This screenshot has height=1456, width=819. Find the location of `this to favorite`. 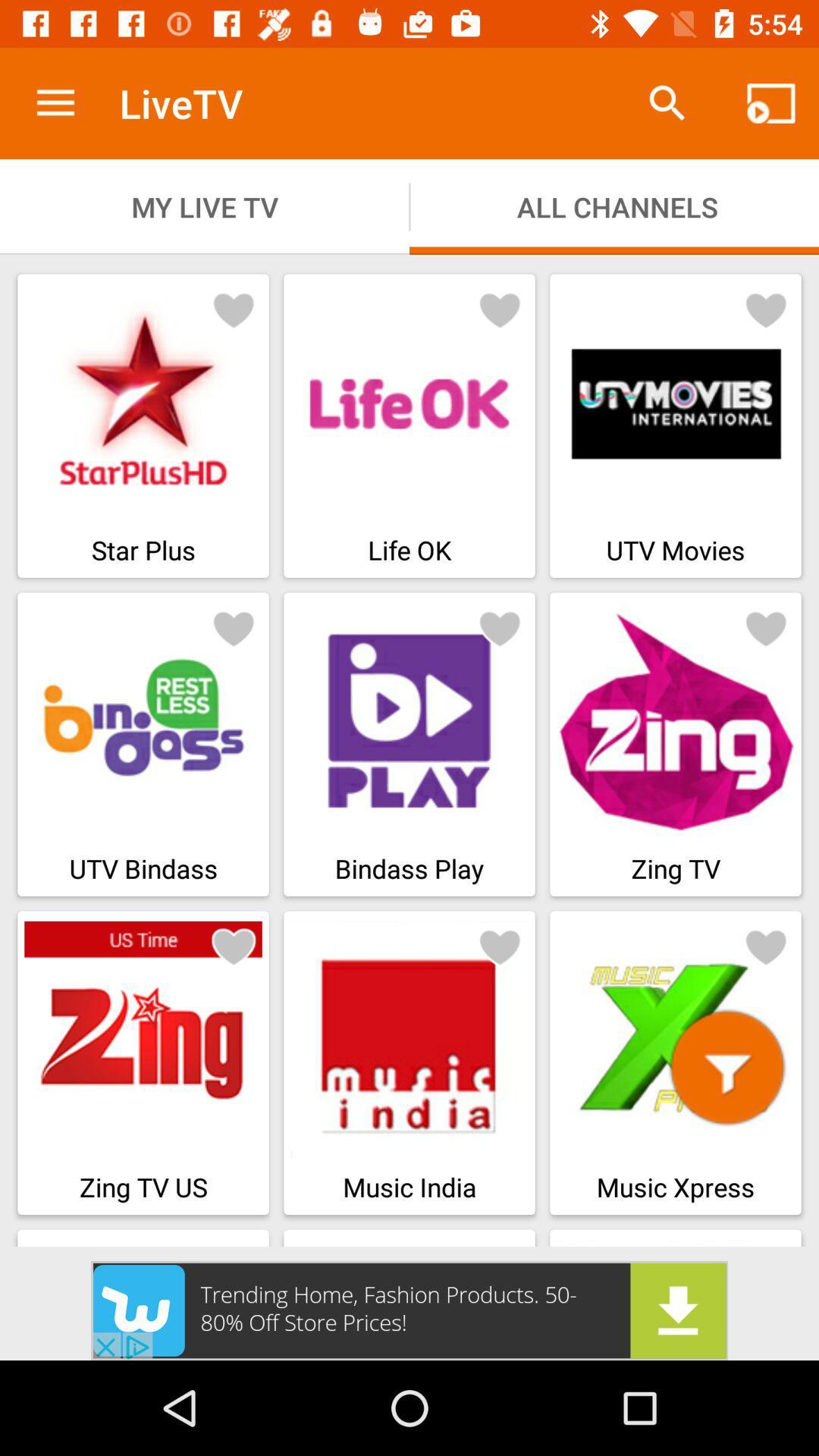

this to favorite is located at coordinates (766, 628).